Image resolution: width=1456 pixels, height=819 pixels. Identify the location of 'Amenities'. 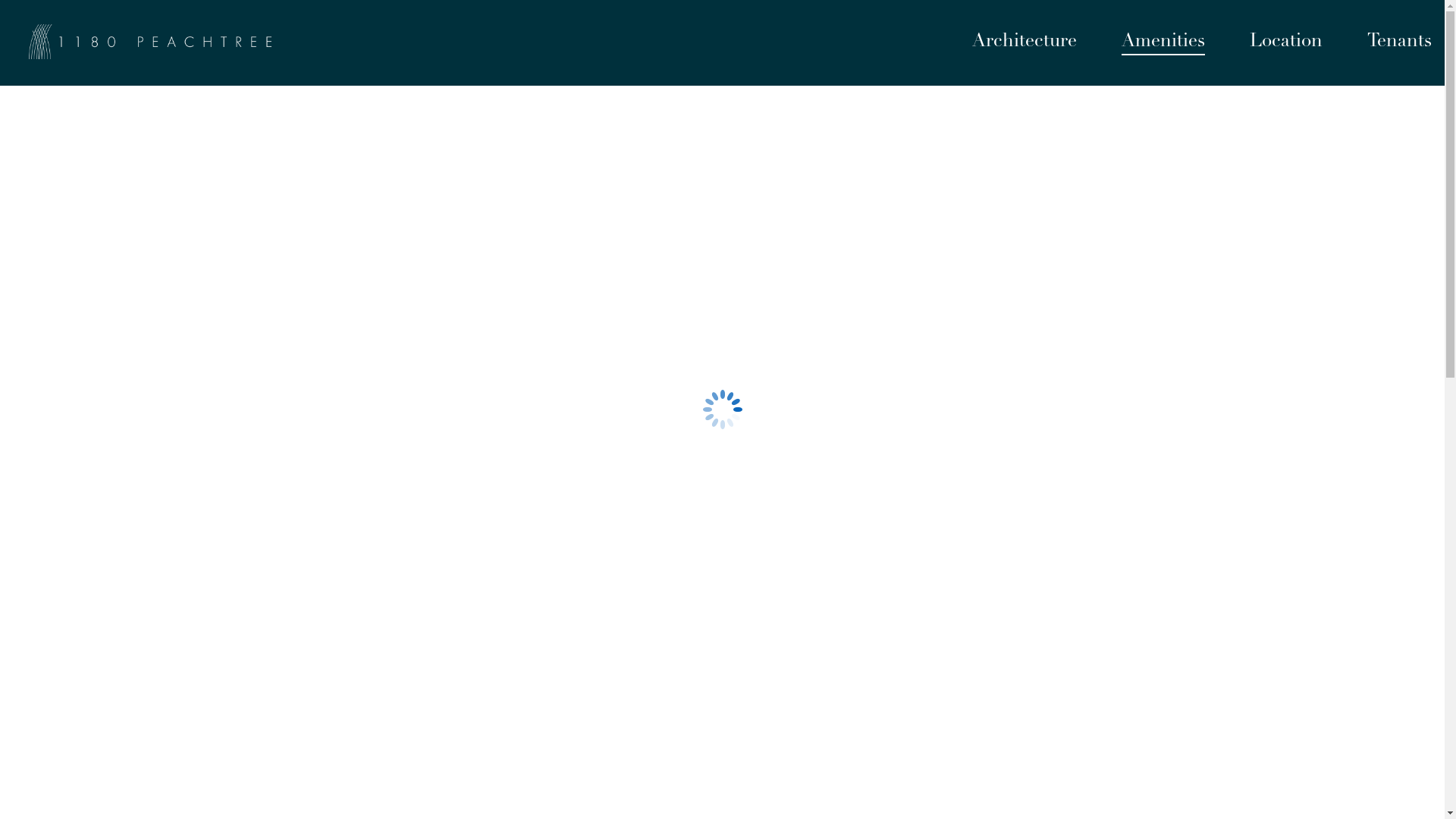
(1163, 42).